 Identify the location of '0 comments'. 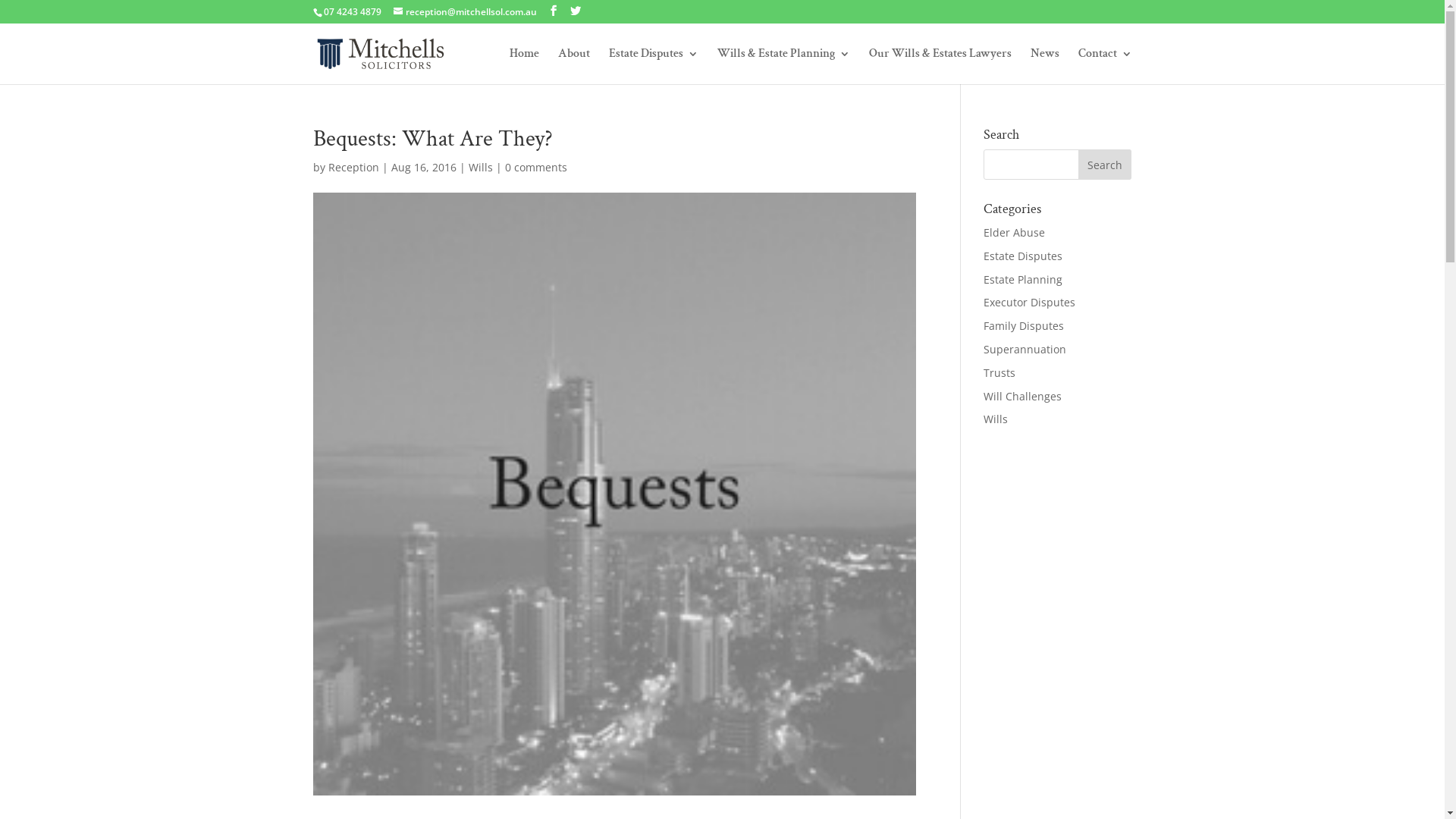
(535, 167).